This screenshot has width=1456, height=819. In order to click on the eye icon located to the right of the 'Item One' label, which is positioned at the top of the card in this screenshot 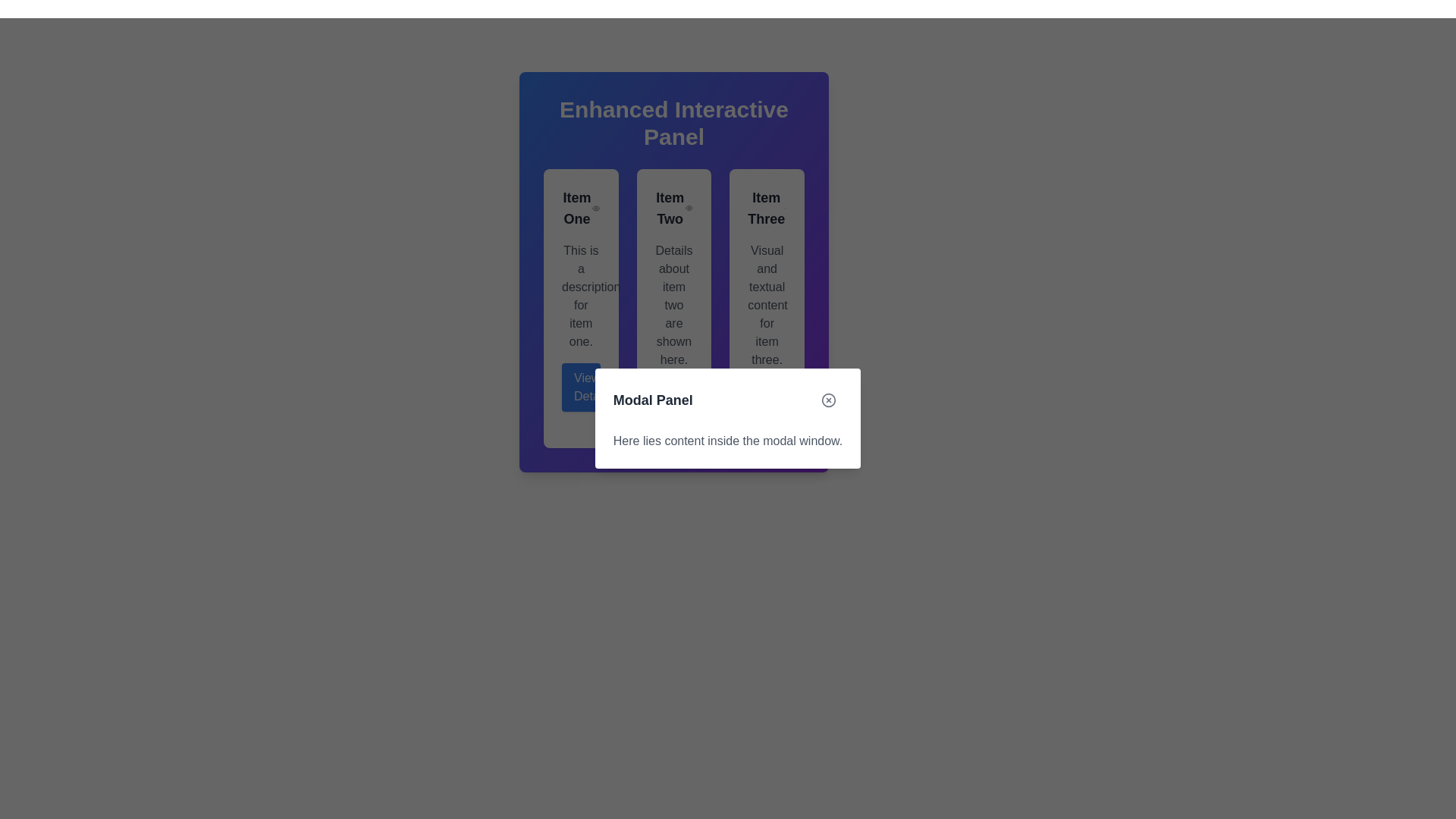, I will do `click(580, 208)`.